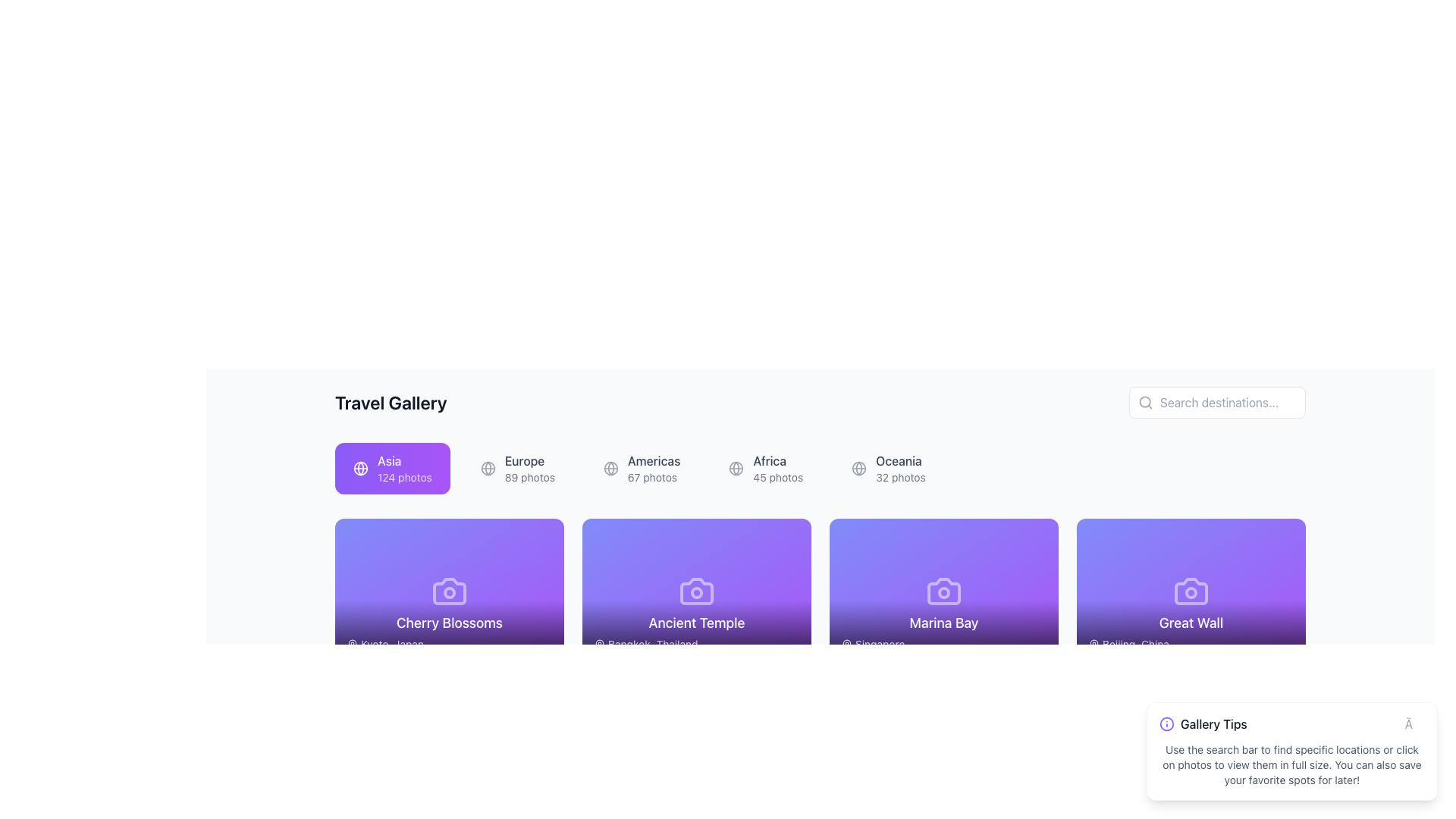 The height and width of the screenshot is (819, 1456). I want to click on the maximize button located at the top-right corner of the 'Cherry Blossoms' content card, so click(538, 543).